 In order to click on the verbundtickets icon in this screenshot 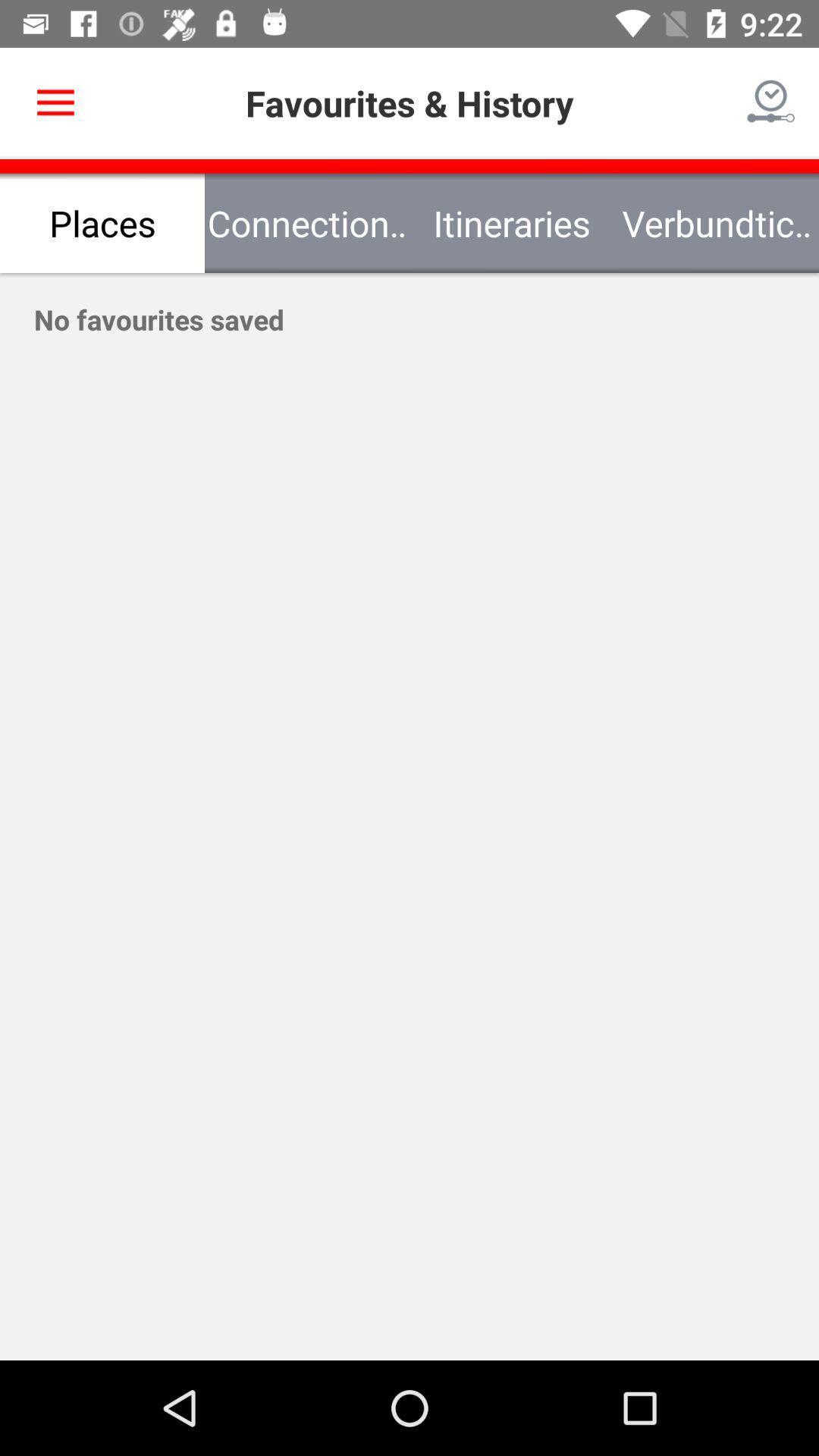, I will do `click(717, 222)`.